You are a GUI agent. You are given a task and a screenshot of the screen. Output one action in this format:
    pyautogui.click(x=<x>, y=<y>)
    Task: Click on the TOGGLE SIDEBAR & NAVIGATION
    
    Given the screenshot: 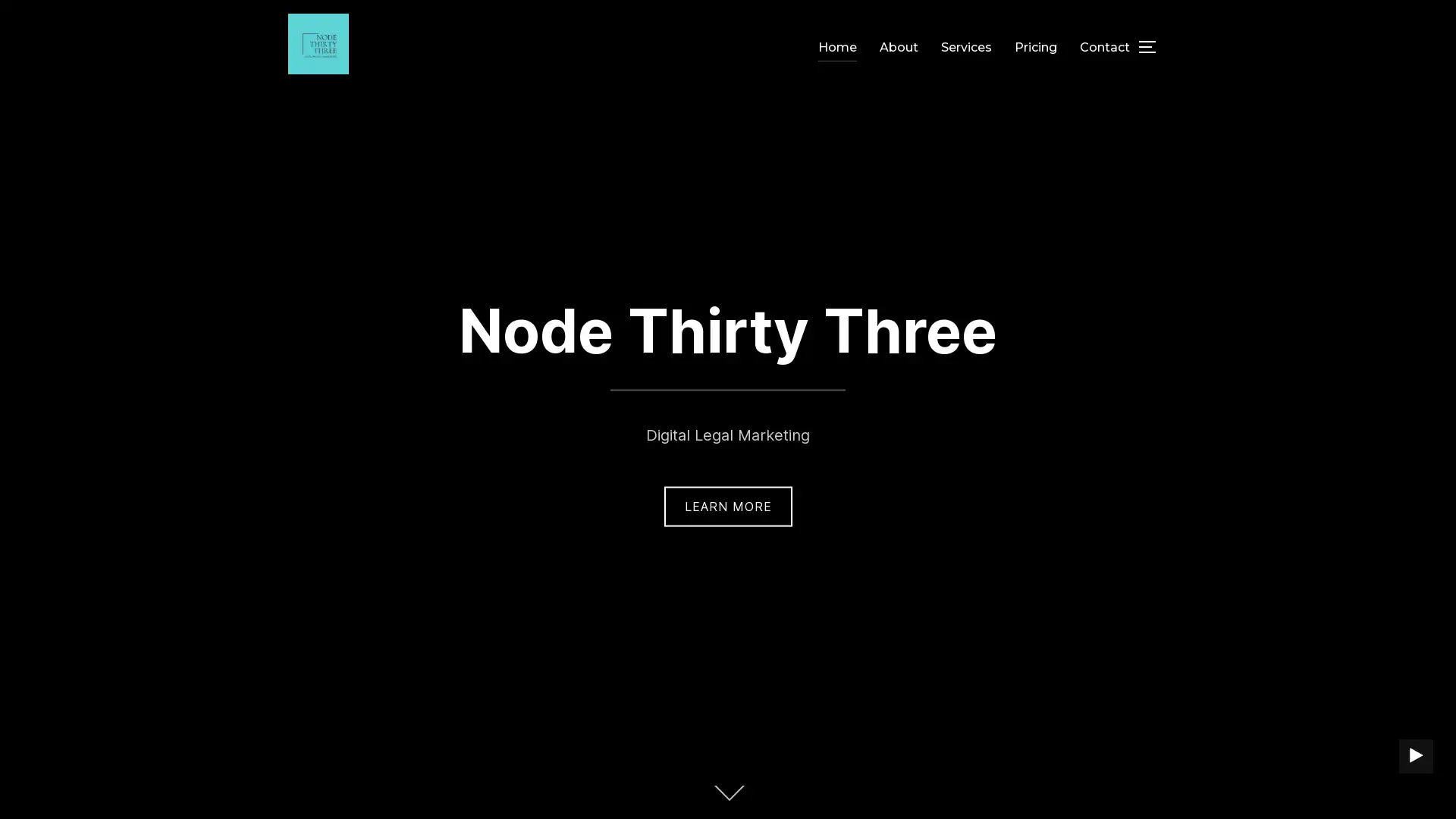 What is the action you would take?
    pyautogui.click(x=1153, y=45)
    